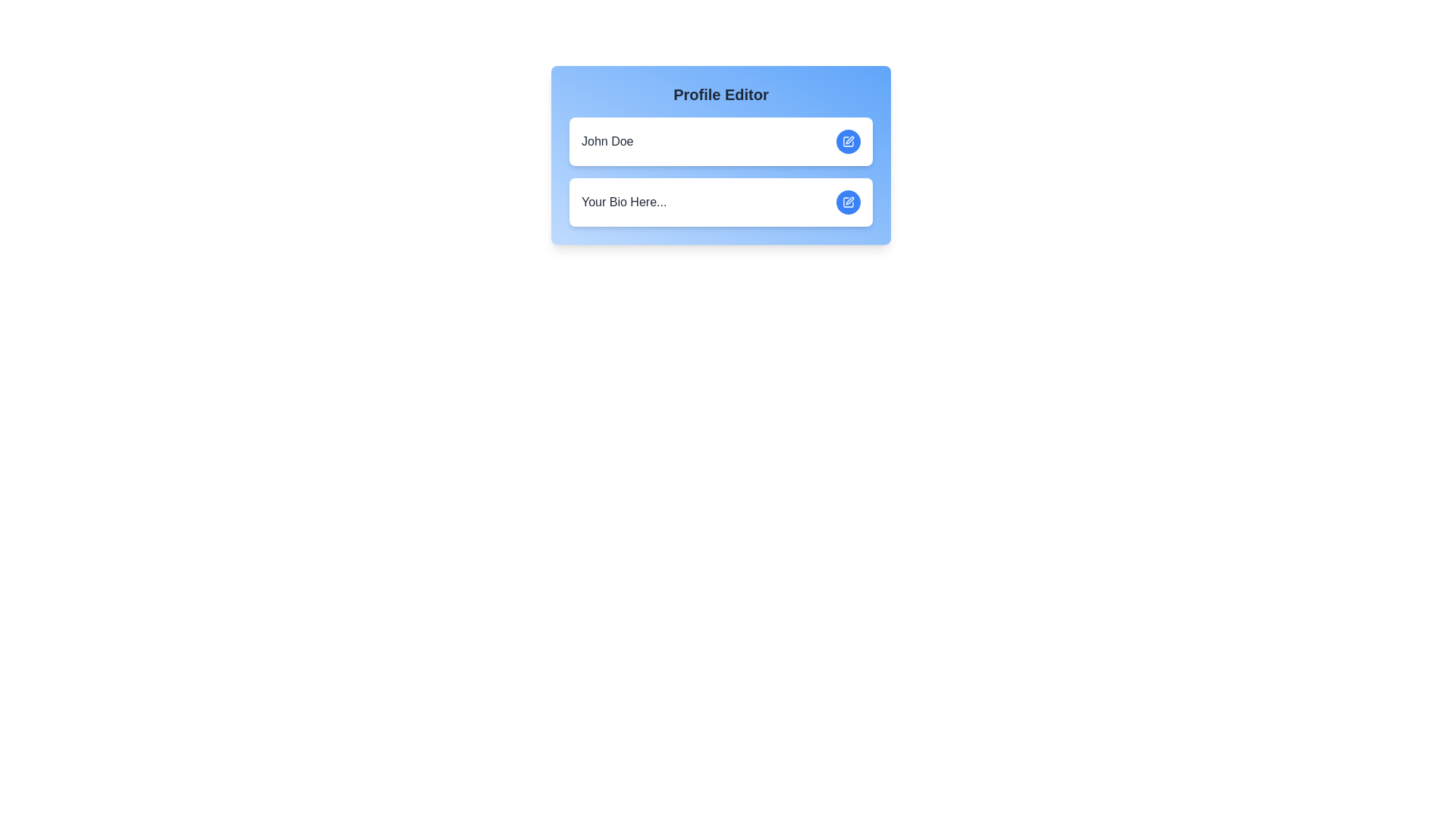 This screenshot has width=1456, height=819. What do you see at coordinates (607, 141) in the screenshot?
I see `the text 'John Doe'` at bounding box center [607, 141].